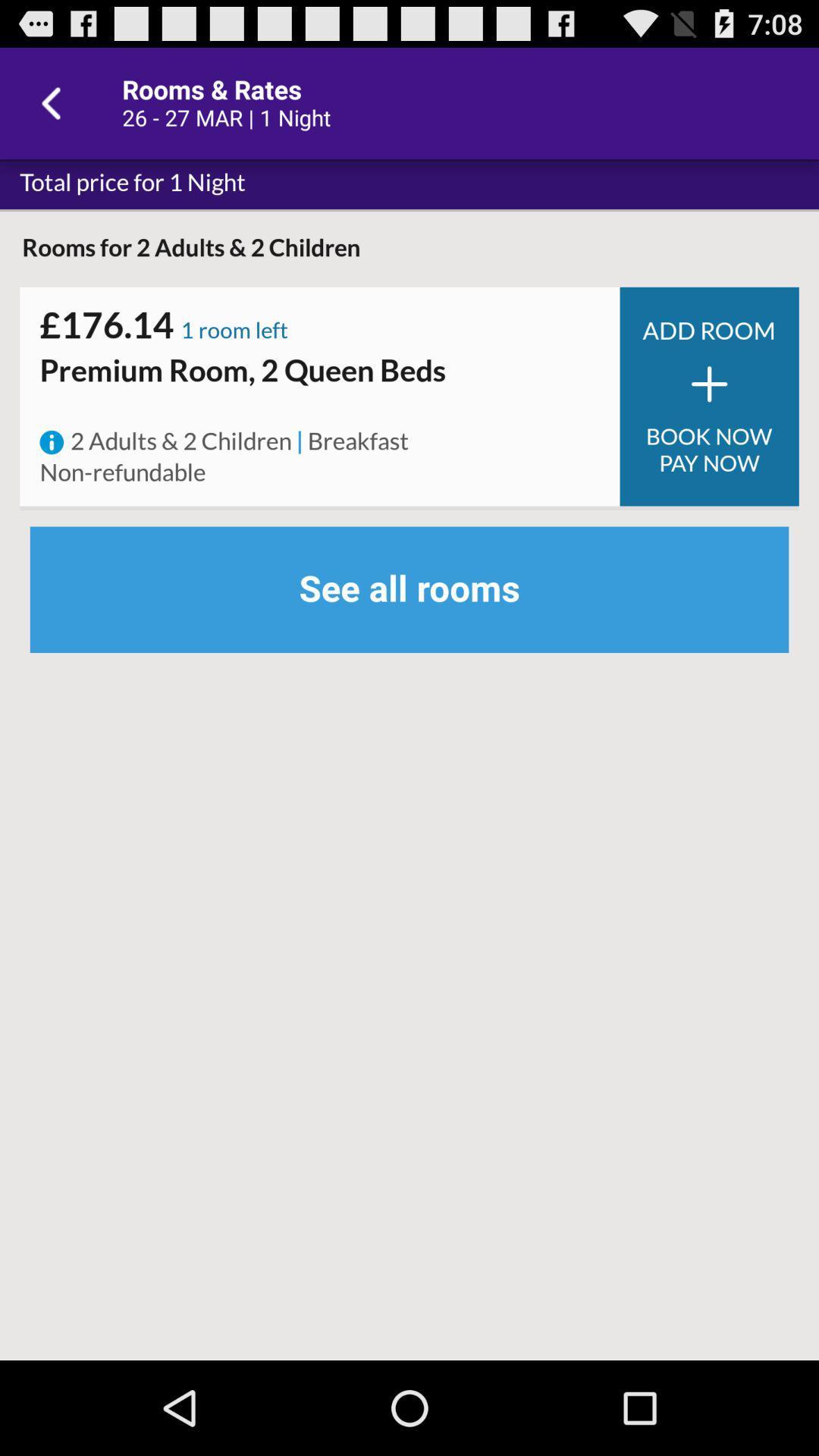 The height and width of the screenshot is (1456, 819). What do you see at coordinates (358, 441) in the screenshot?
I see `breakfast icon` at bounding box center [358, 441].